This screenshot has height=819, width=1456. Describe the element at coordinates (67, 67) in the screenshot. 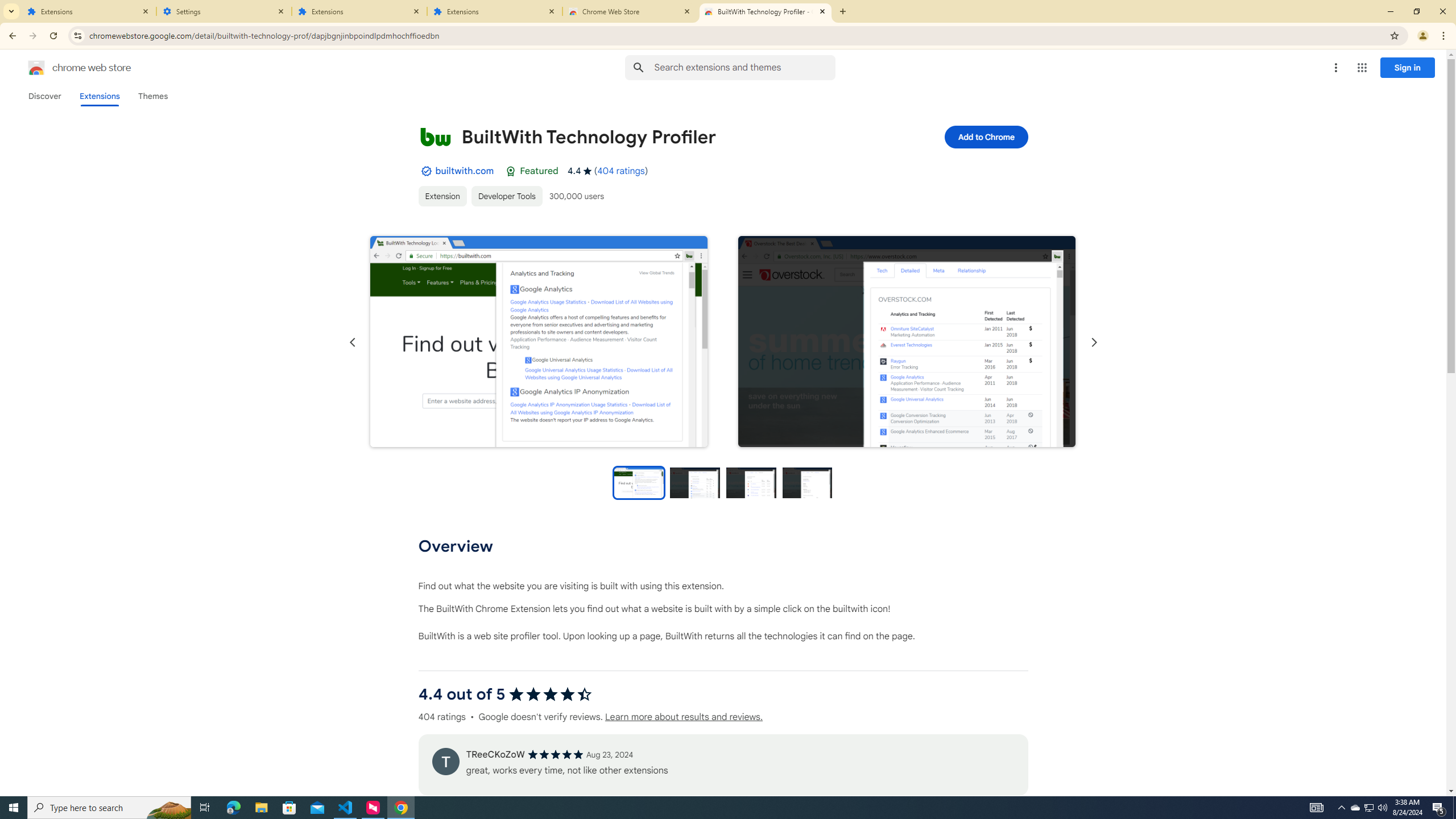

I see `'Chrome Web Store logo chrome web store'` at that location.